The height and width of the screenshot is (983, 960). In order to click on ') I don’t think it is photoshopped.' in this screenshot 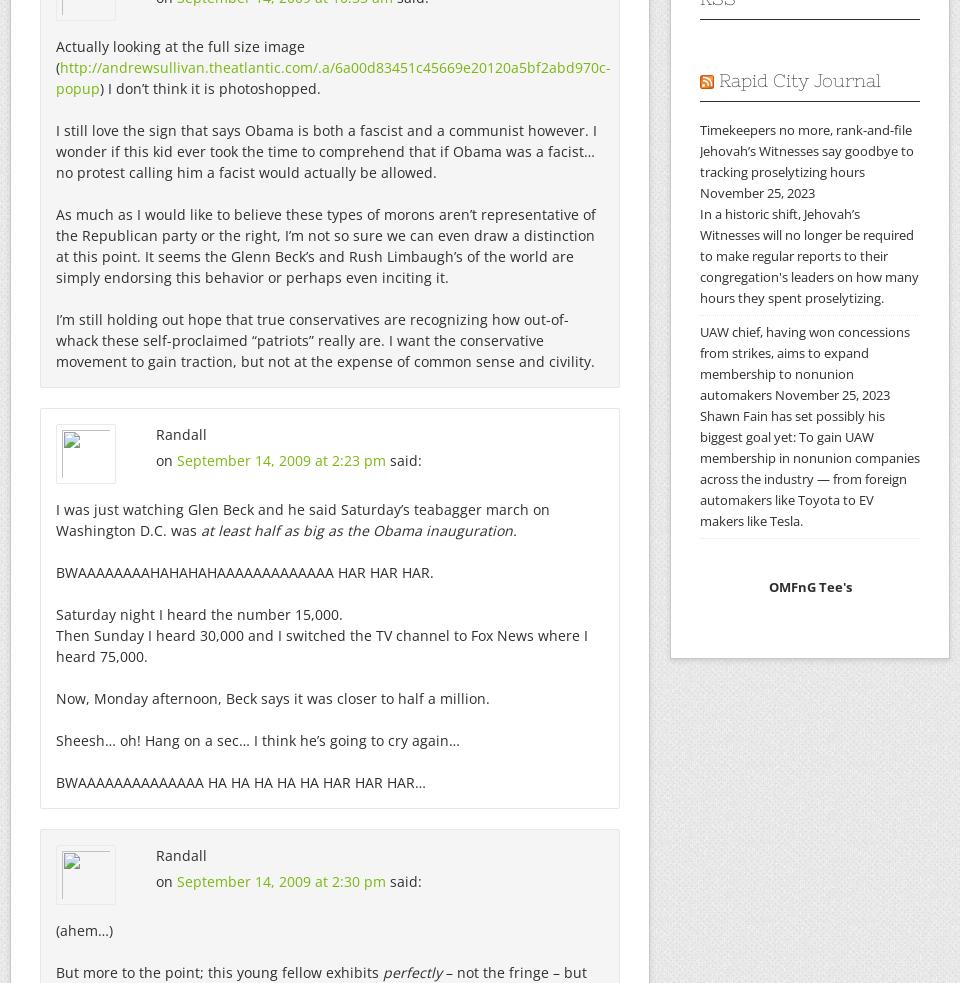, I will do `click(210, 87)`.